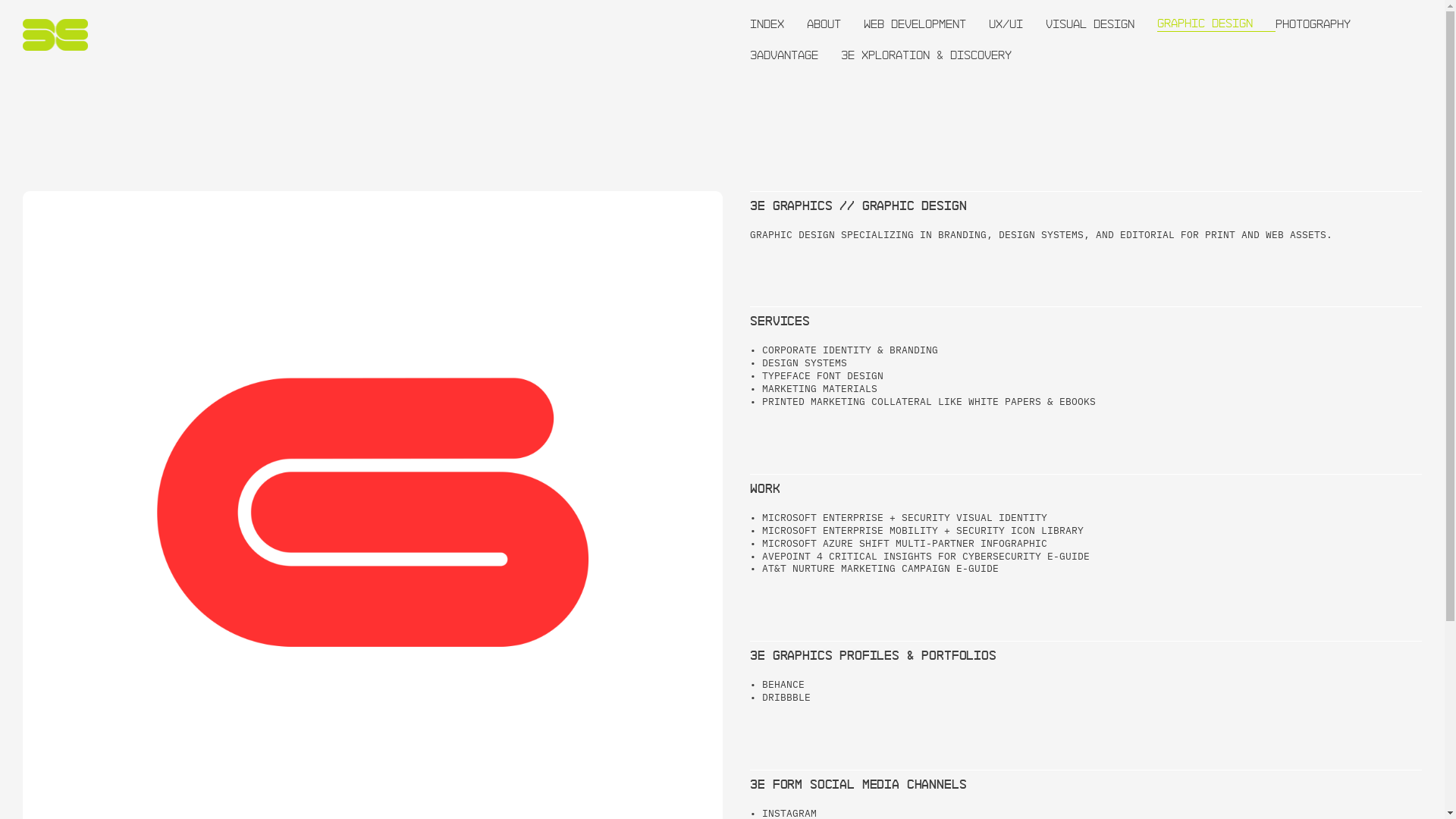 Image resolution: width=1456 pixels, height=819 pixels. What do you see at coordinates (1216, 15) in the screenshot?
I see `'GRAPHIC DESIGN'` at bounding box center [1216, 15].